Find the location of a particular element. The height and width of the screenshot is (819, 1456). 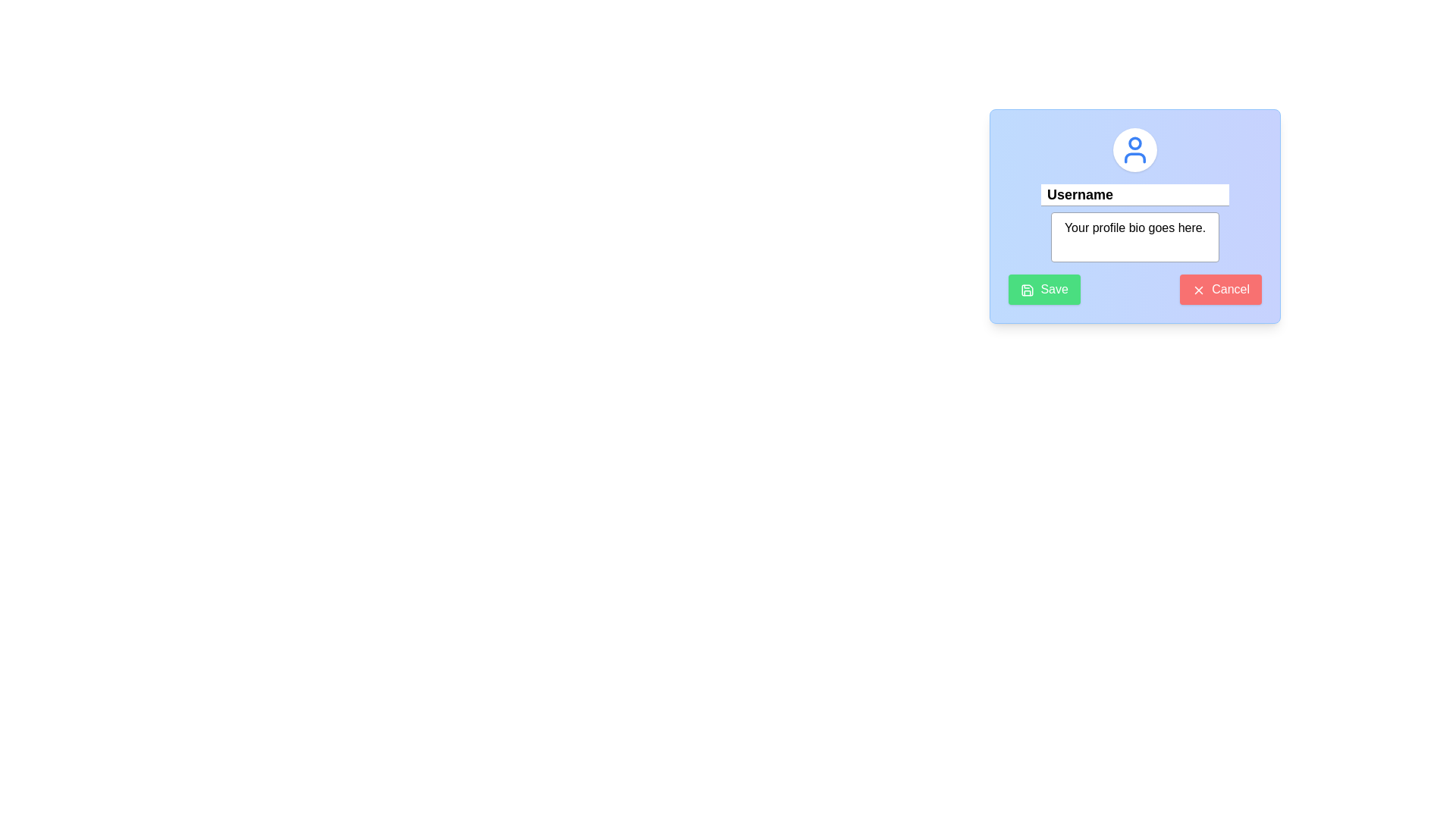

the text area displaying the placeholder message 'Your profile bio goes here.' which is centered below the 'Username' field and above the 'Save' and 'Cancel' buttons in the modal card is located at coordinates (1135, 222).